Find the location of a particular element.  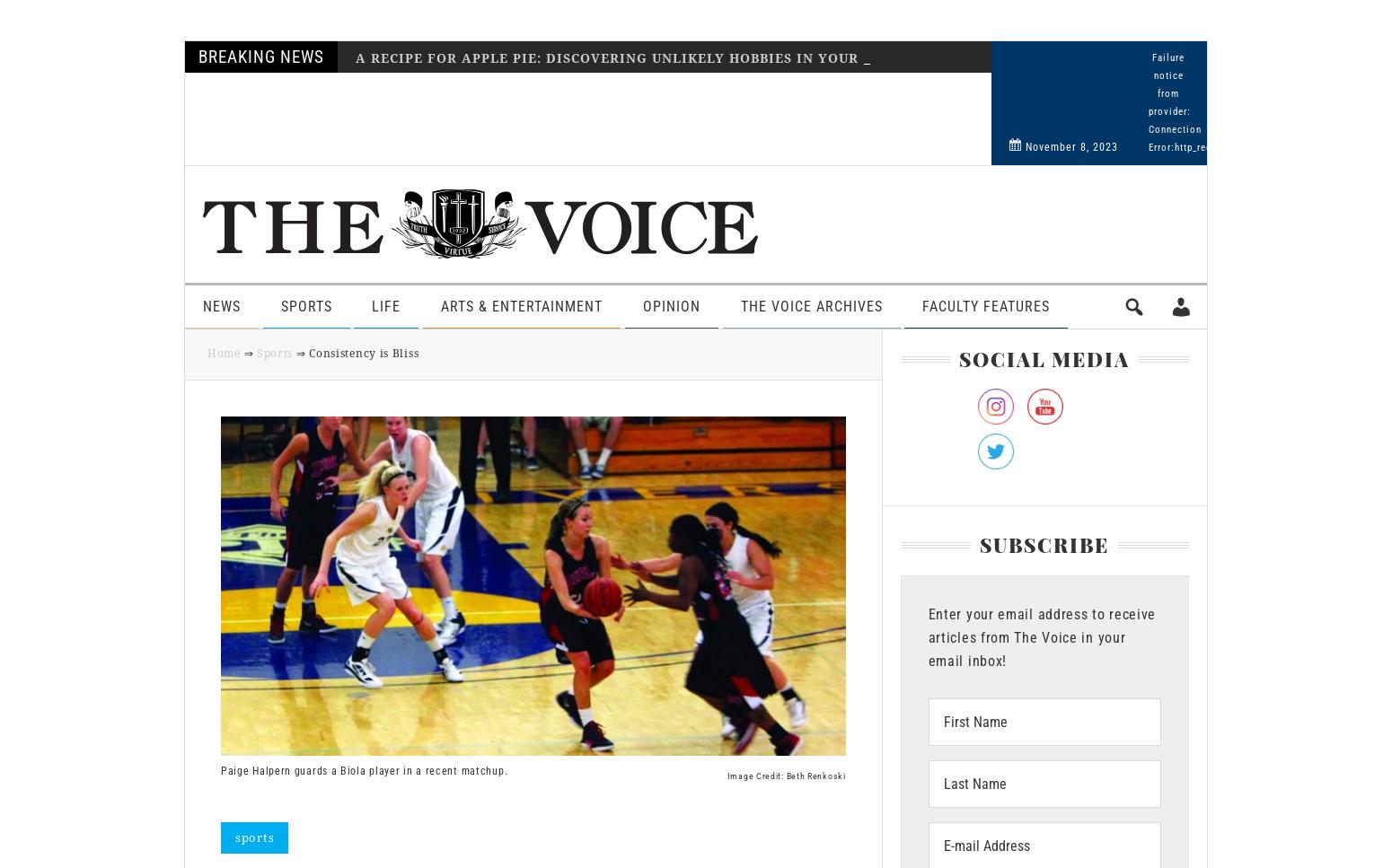

'November 8, 2023' is located at coordinates (1023, 147).